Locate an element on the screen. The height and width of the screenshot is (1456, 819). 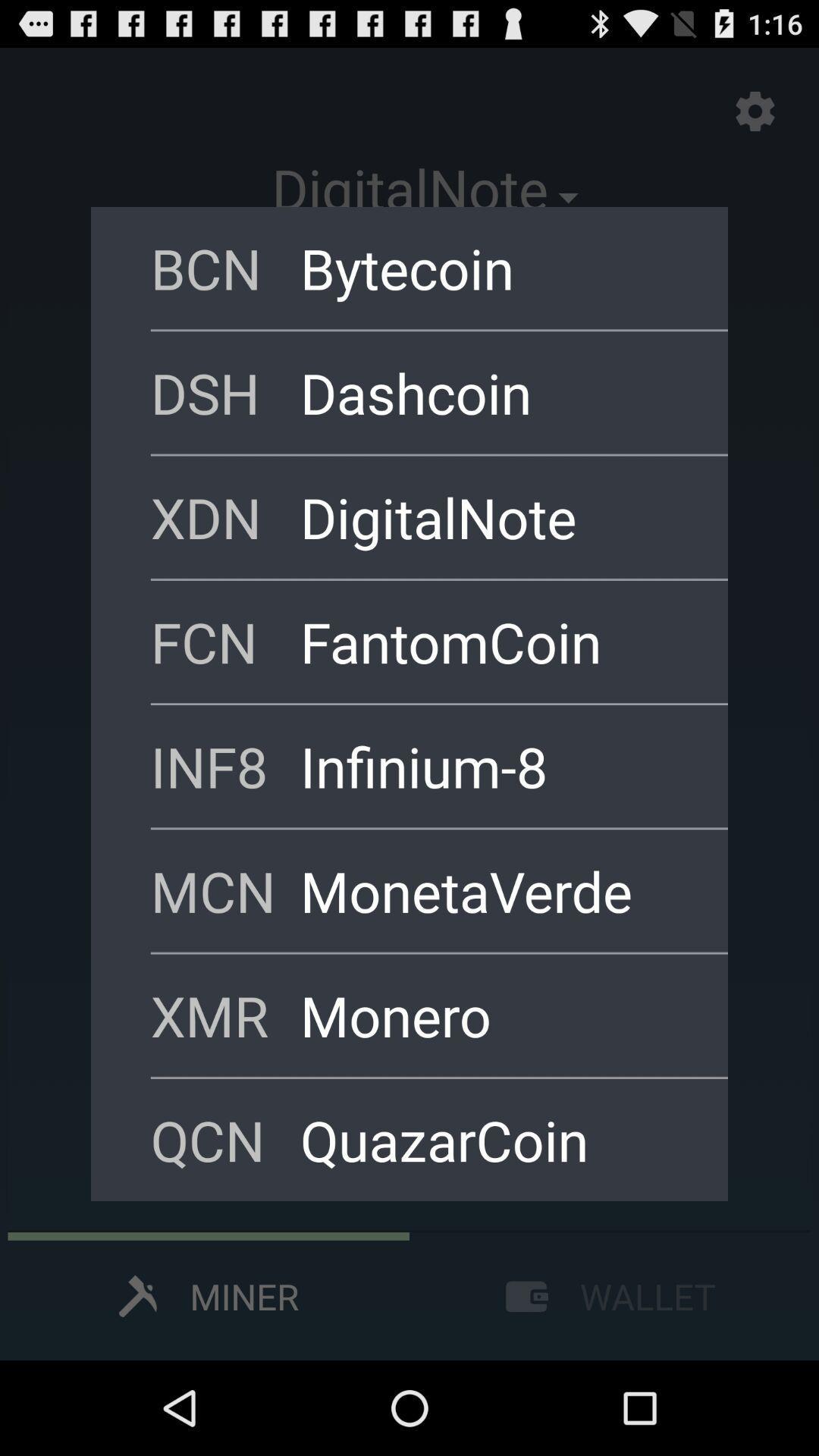
the xmr app is located at coordinates (225, 1015).